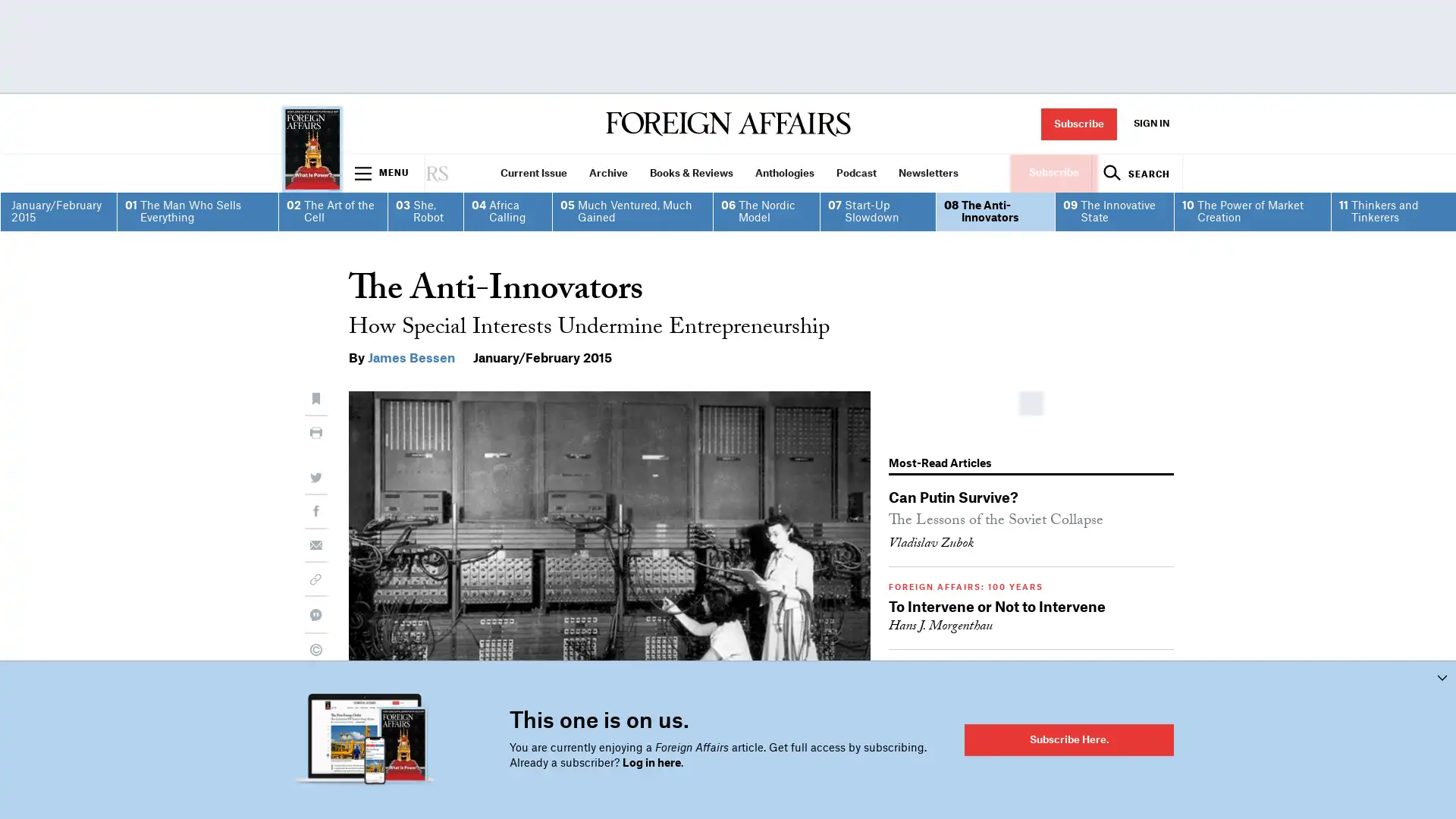 The image size is (1456, 819). Describe the element at coordinates (784, 172) in the screenshot. I see `Anthologies` at that location.